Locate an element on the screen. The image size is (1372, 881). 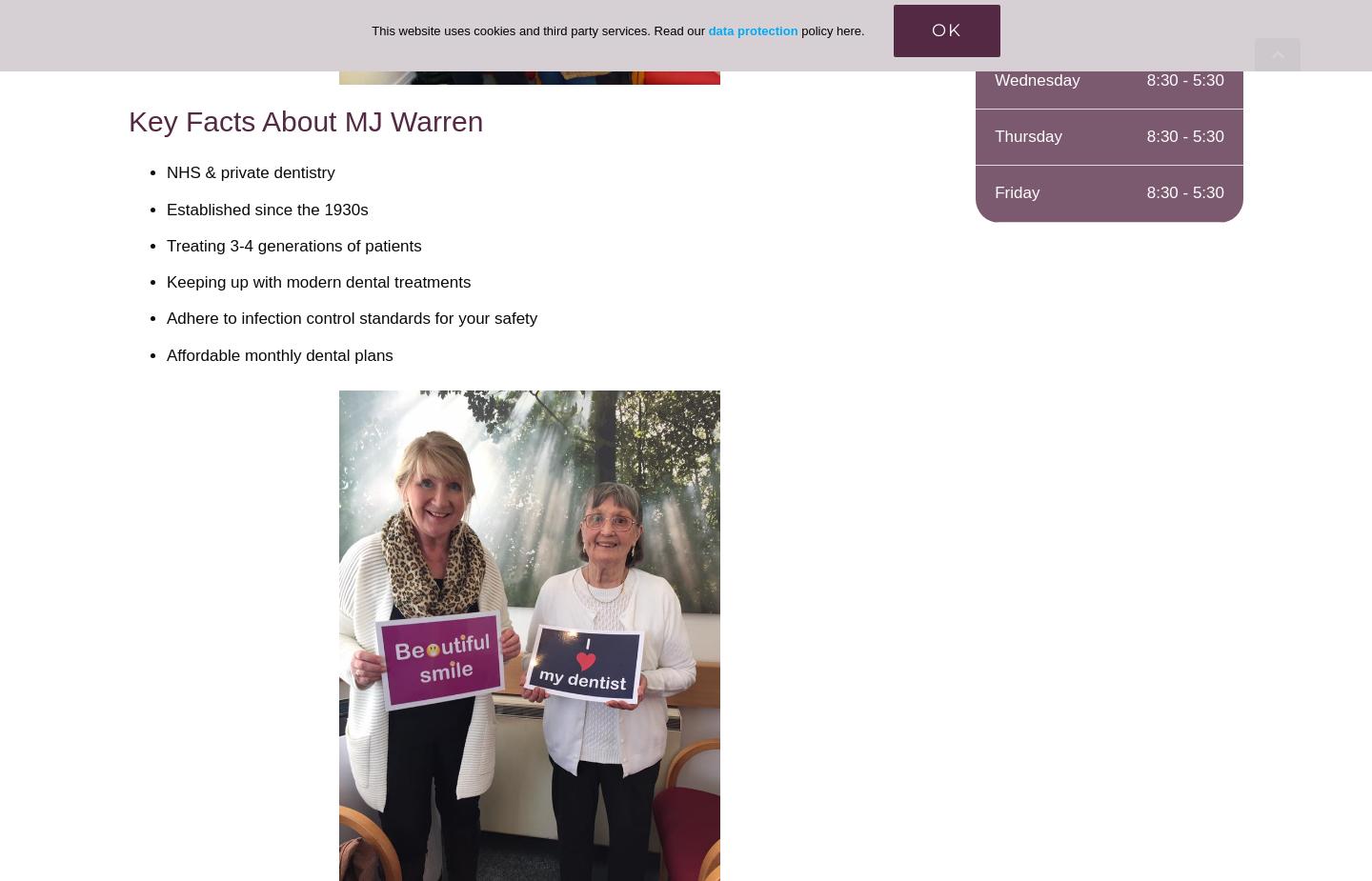
'NHS & private dentistry' is located at coordinates (249, 171).